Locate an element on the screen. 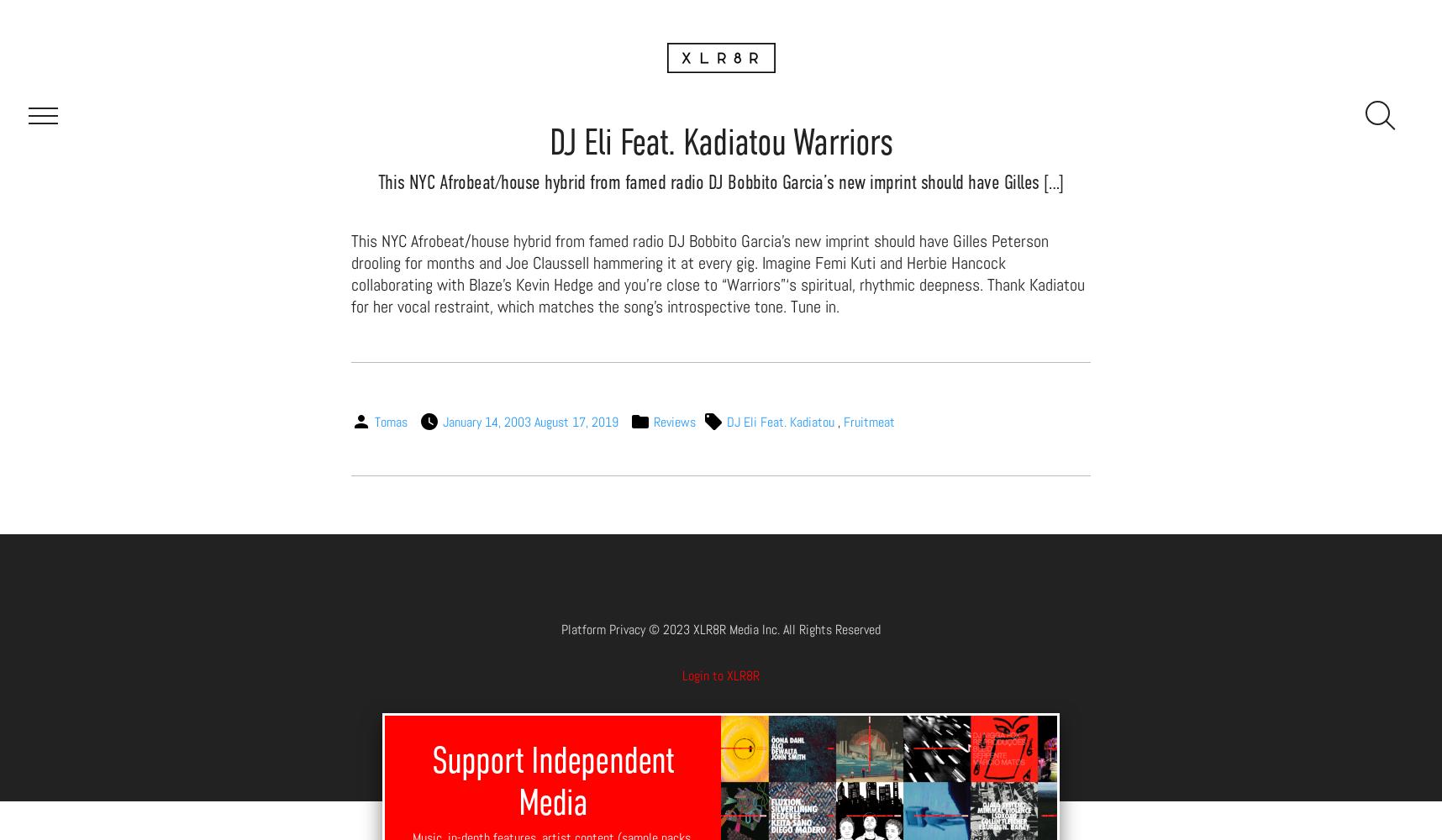  'Home' is located at coordinates (721, 60).